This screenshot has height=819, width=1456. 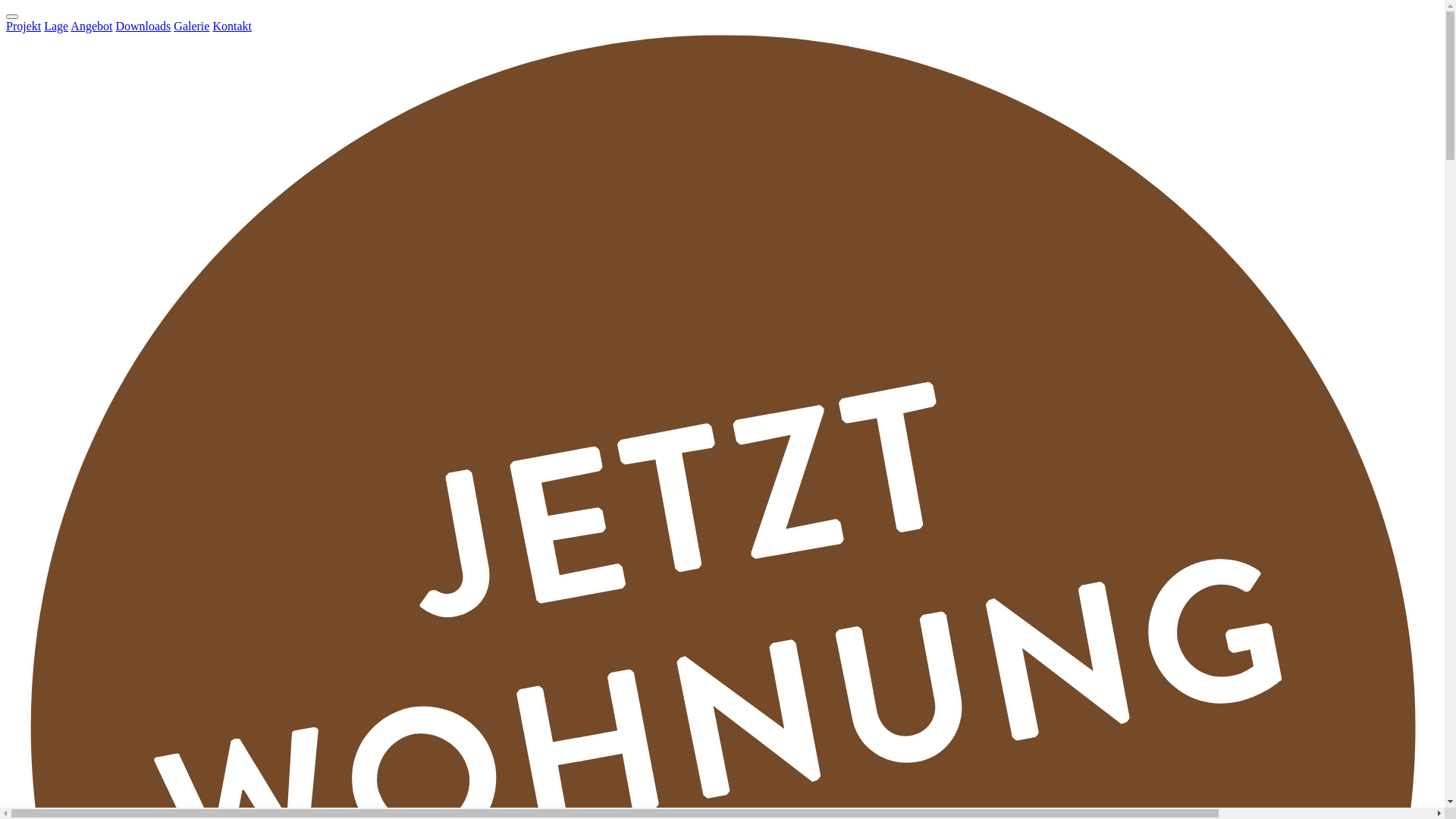 What do you see at coordinates (190, 26) in the screenshot?
I see `'Galerie'` at bounding box center [190, 26].